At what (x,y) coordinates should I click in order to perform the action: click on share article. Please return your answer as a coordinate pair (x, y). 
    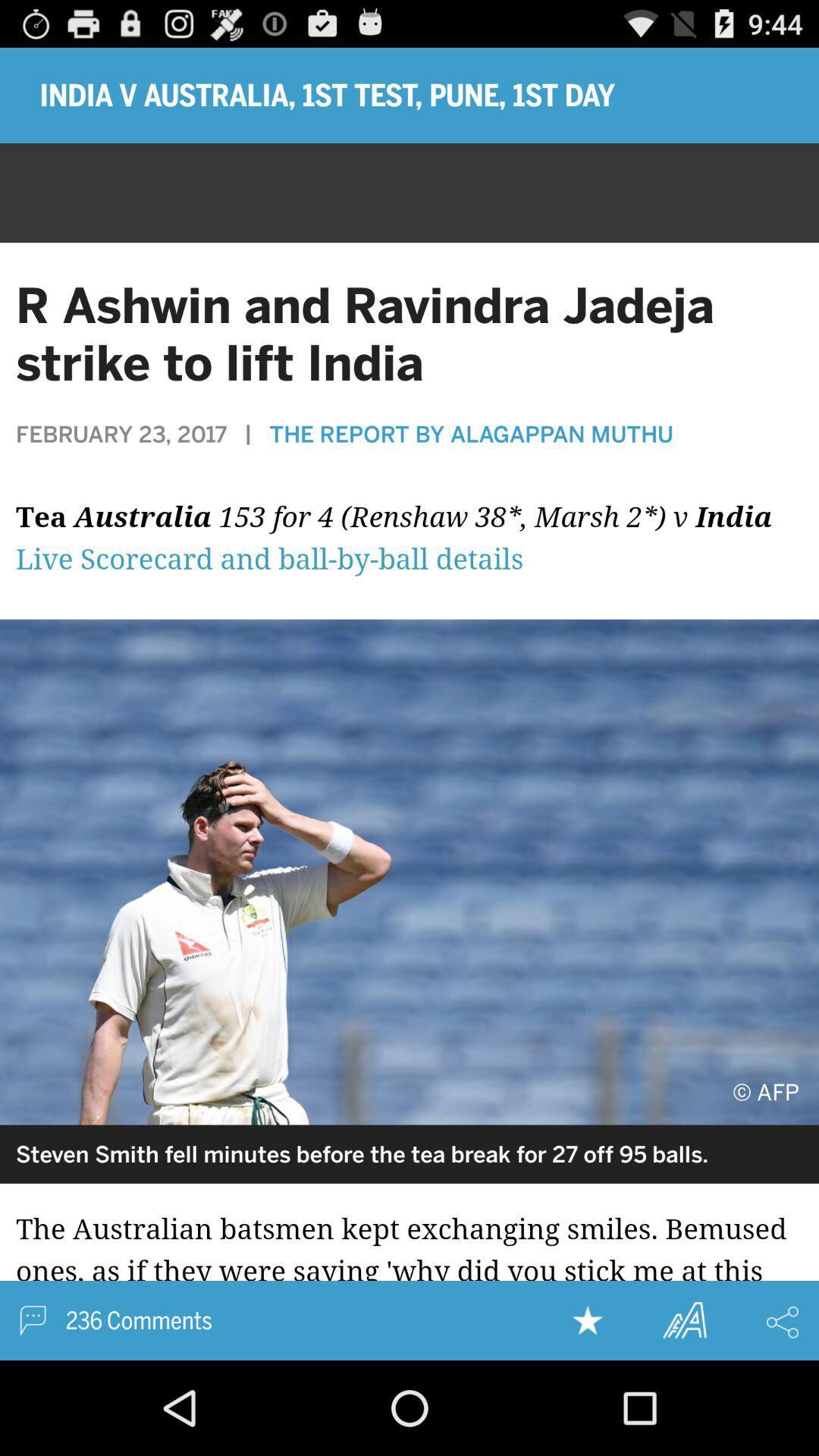
    Looking at the image, I should click on (783, 1321).